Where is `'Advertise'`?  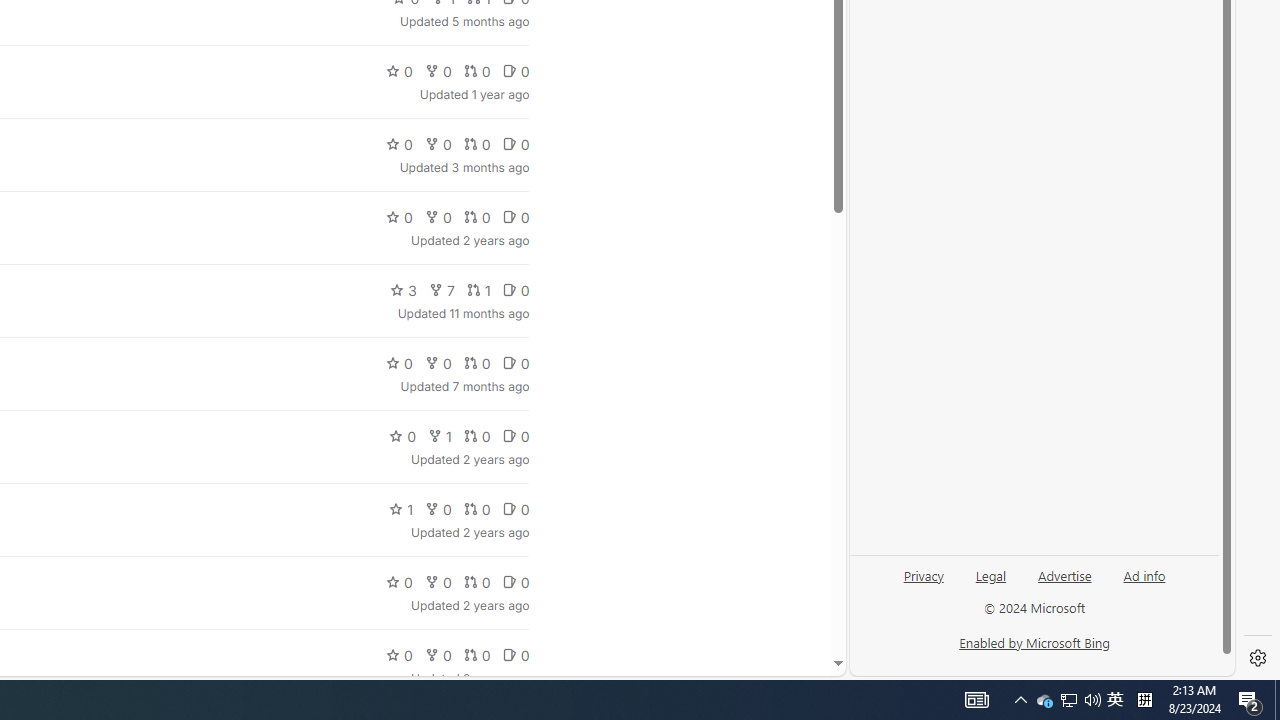 'Advertise' is located at coordinates (1063, 574).